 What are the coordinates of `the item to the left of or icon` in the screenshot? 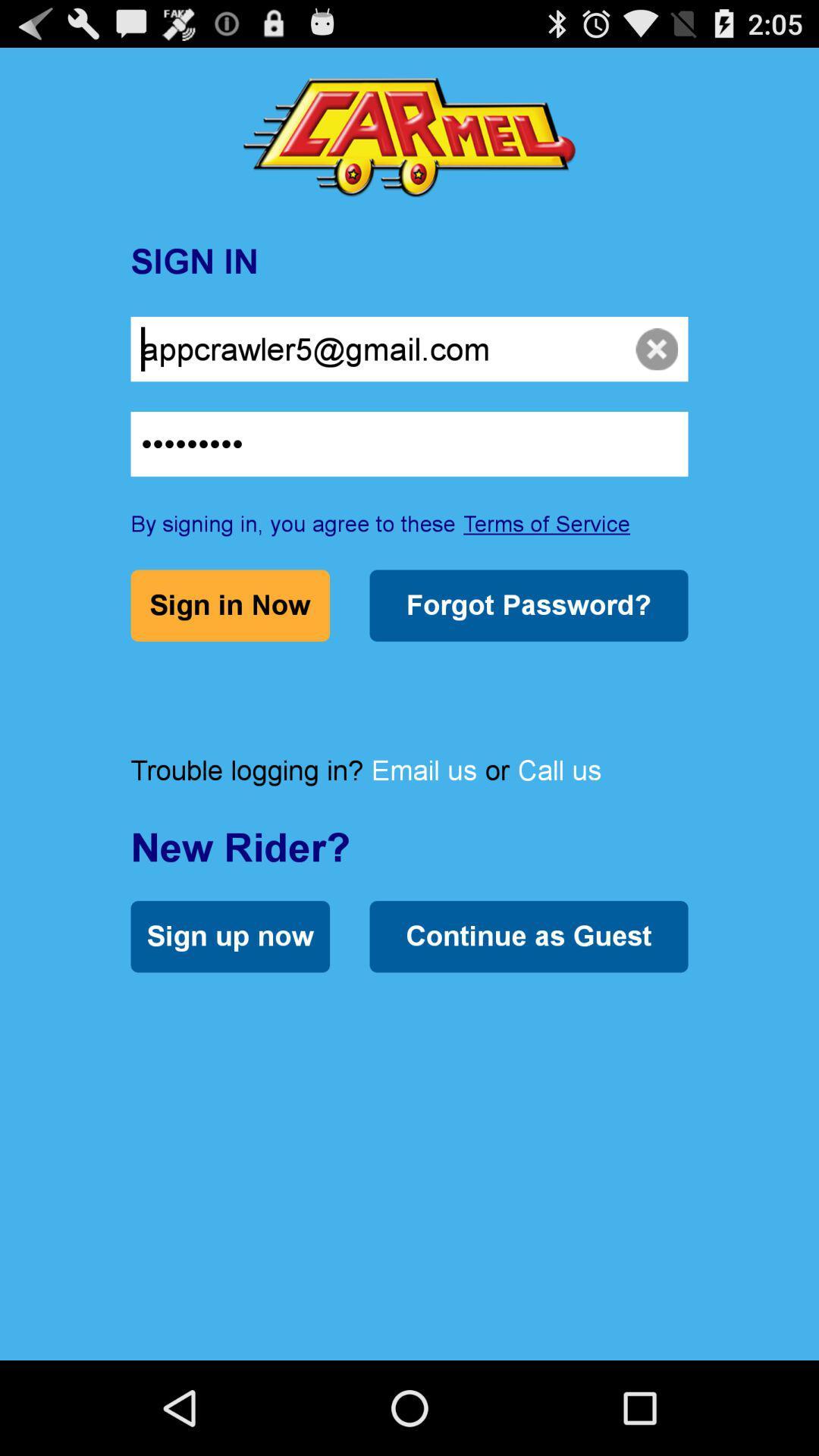 It's located at (424, 770).